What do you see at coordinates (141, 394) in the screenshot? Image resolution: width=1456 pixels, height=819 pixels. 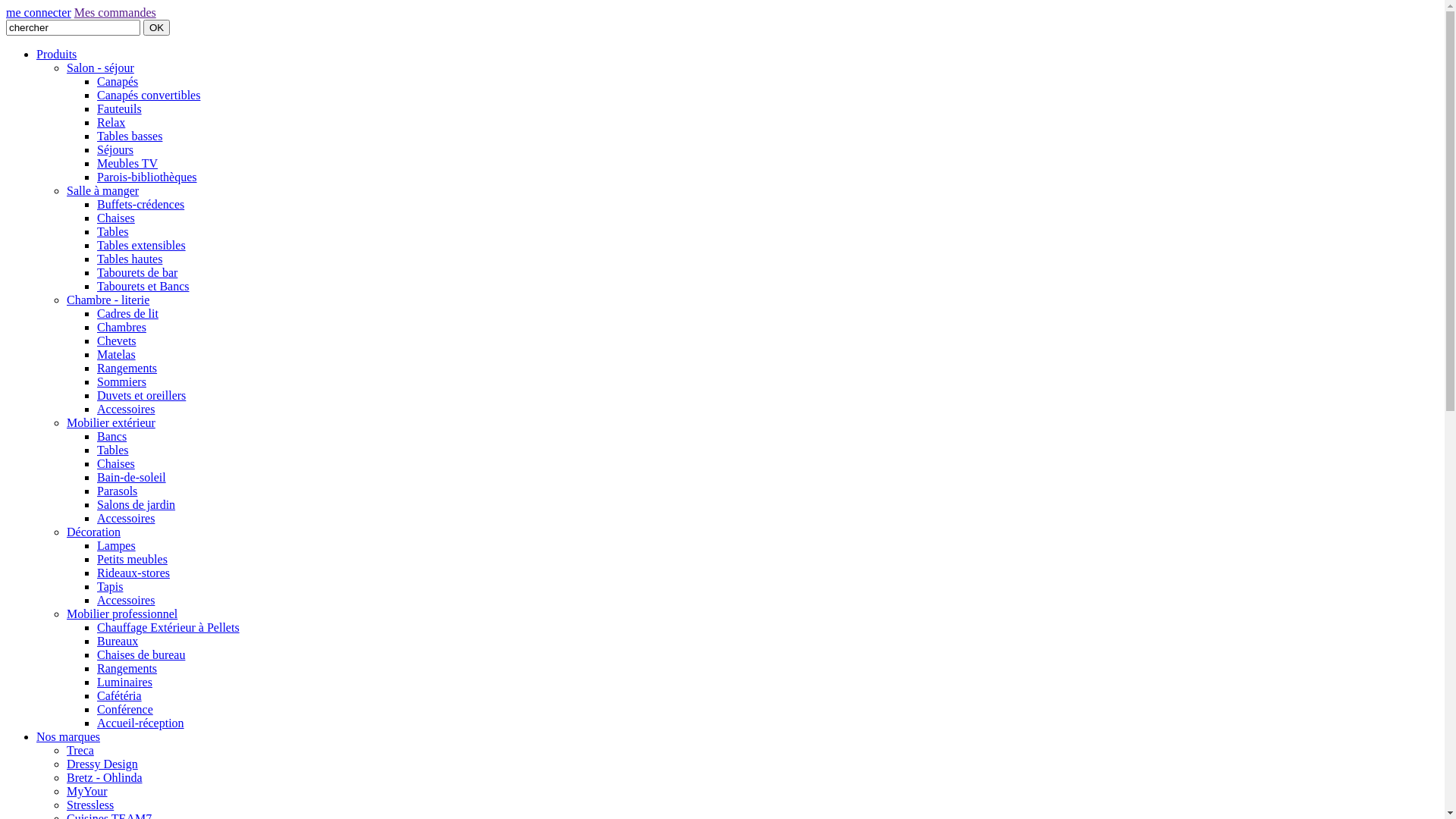 I see `'Duvets et oreillers'` at bounding box center [141, 394].